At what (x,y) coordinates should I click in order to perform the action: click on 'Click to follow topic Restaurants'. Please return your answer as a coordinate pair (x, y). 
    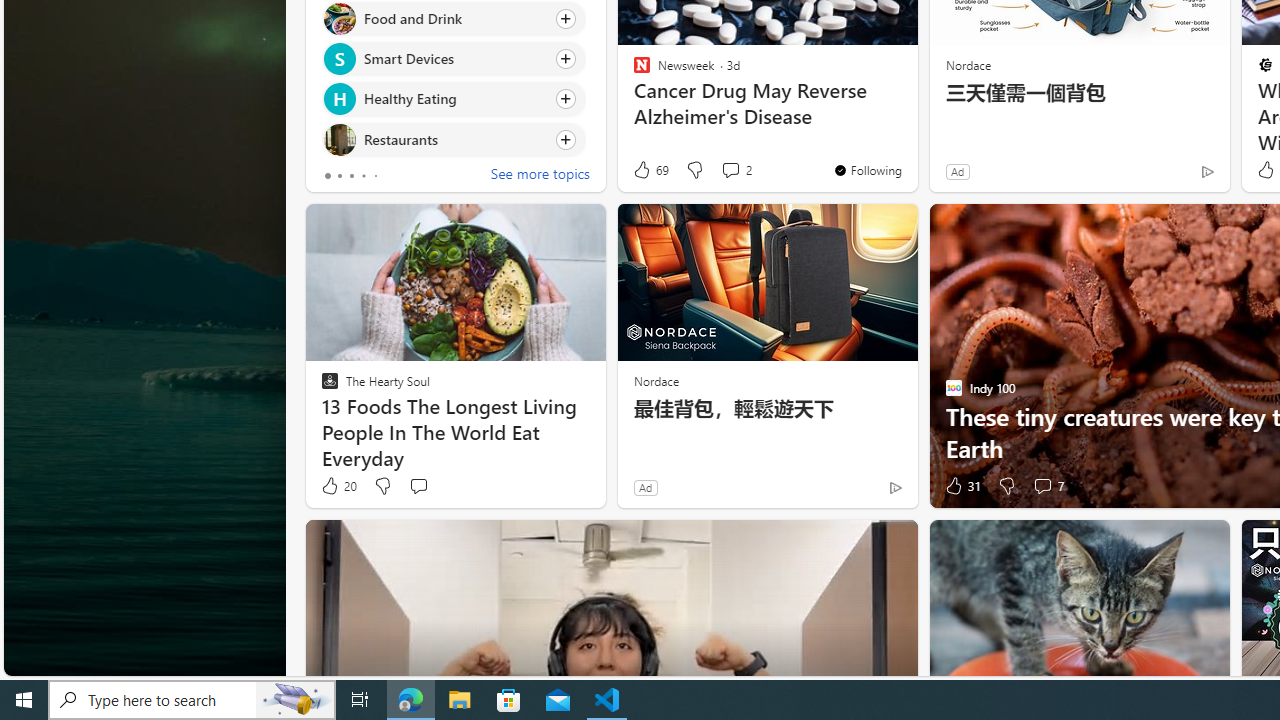
    Looking at the image, I should click on (452, 138).